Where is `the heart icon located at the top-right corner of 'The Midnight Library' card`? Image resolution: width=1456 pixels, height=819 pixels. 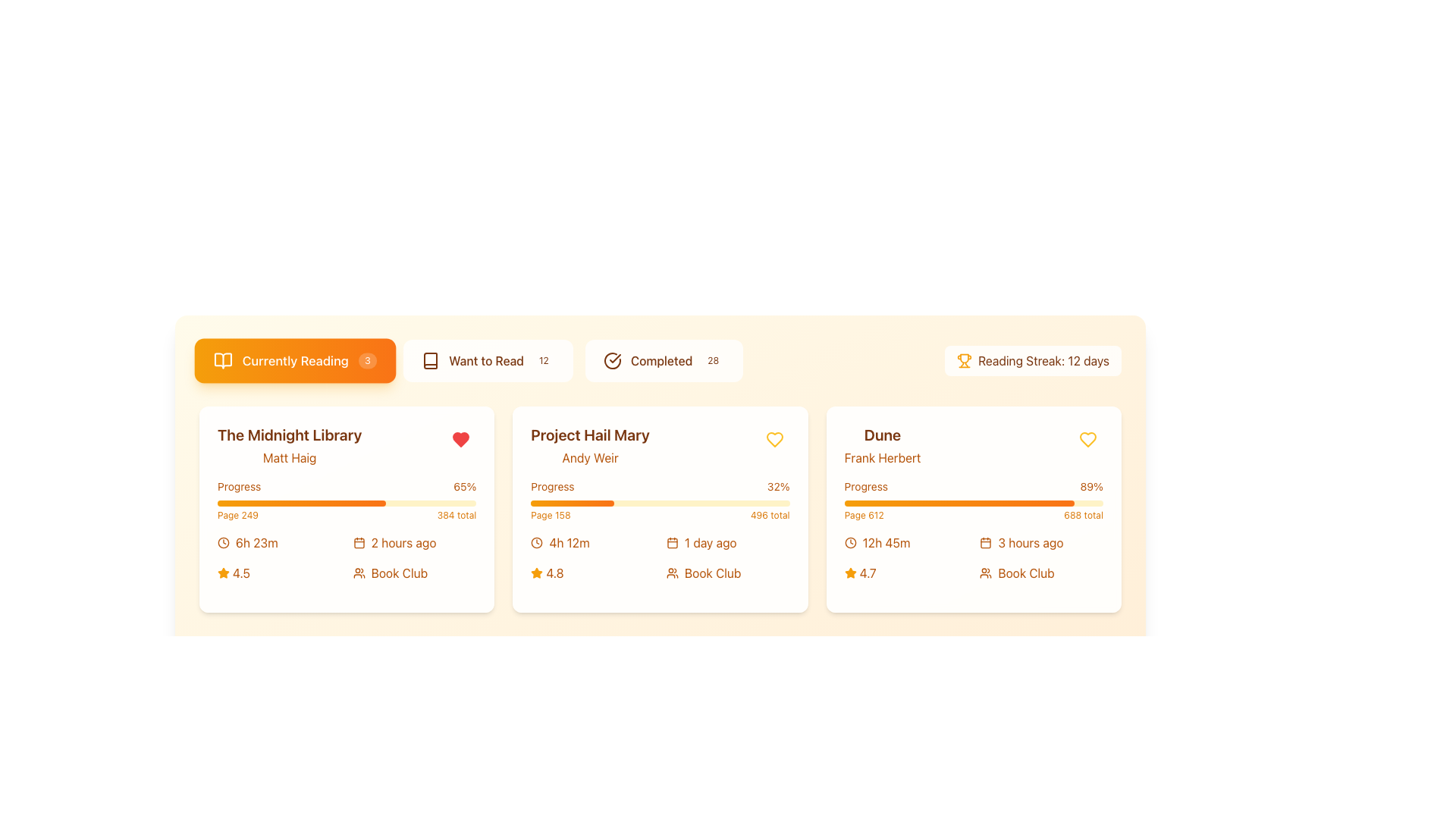
the heart icon located at the top-right corner of 'The Midnight Library' card is located at coordinates (774, 439).